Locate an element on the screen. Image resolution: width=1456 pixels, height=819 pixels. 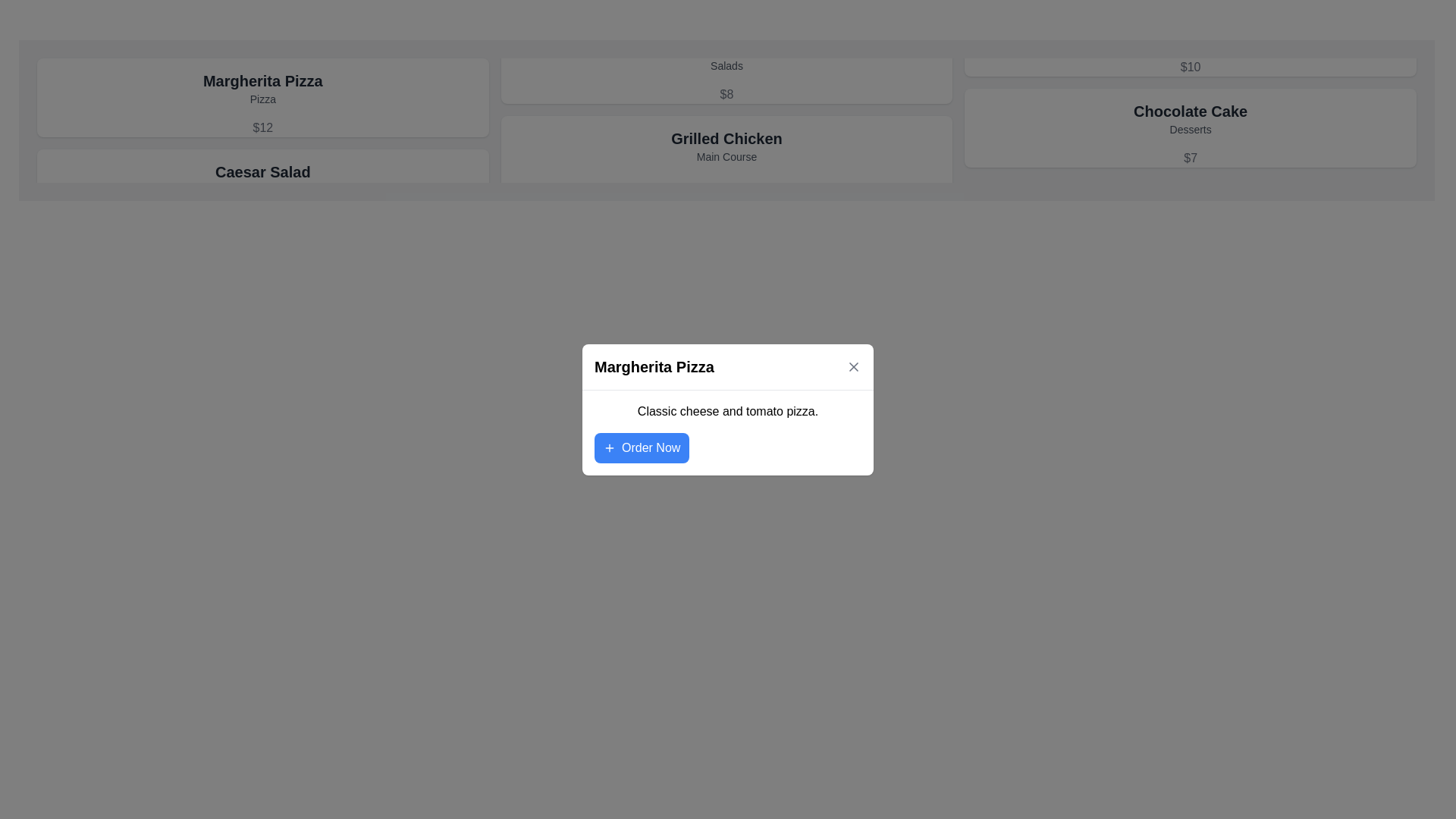
the 'Order Now' button, a rounded rectangular button with a blue background and white text, located below the description of 'Classic cheese and tomato pizza.' is located at coordinates (642, 447).